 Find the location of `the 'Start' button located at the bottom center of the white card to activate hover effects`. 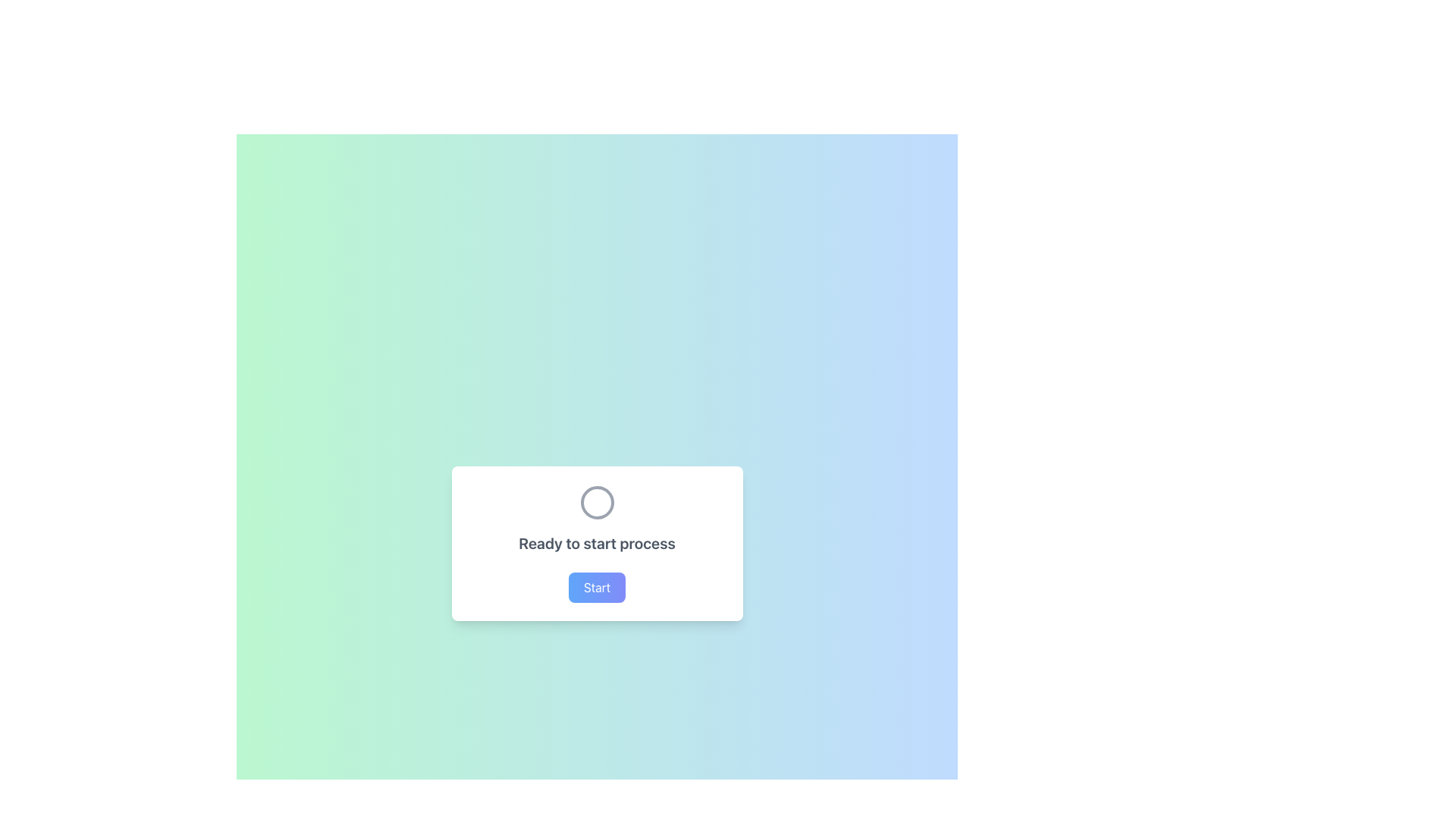

the 'Start' button located at the bottom center of the white card to activate hover effects is located at coordinates (596, 587).